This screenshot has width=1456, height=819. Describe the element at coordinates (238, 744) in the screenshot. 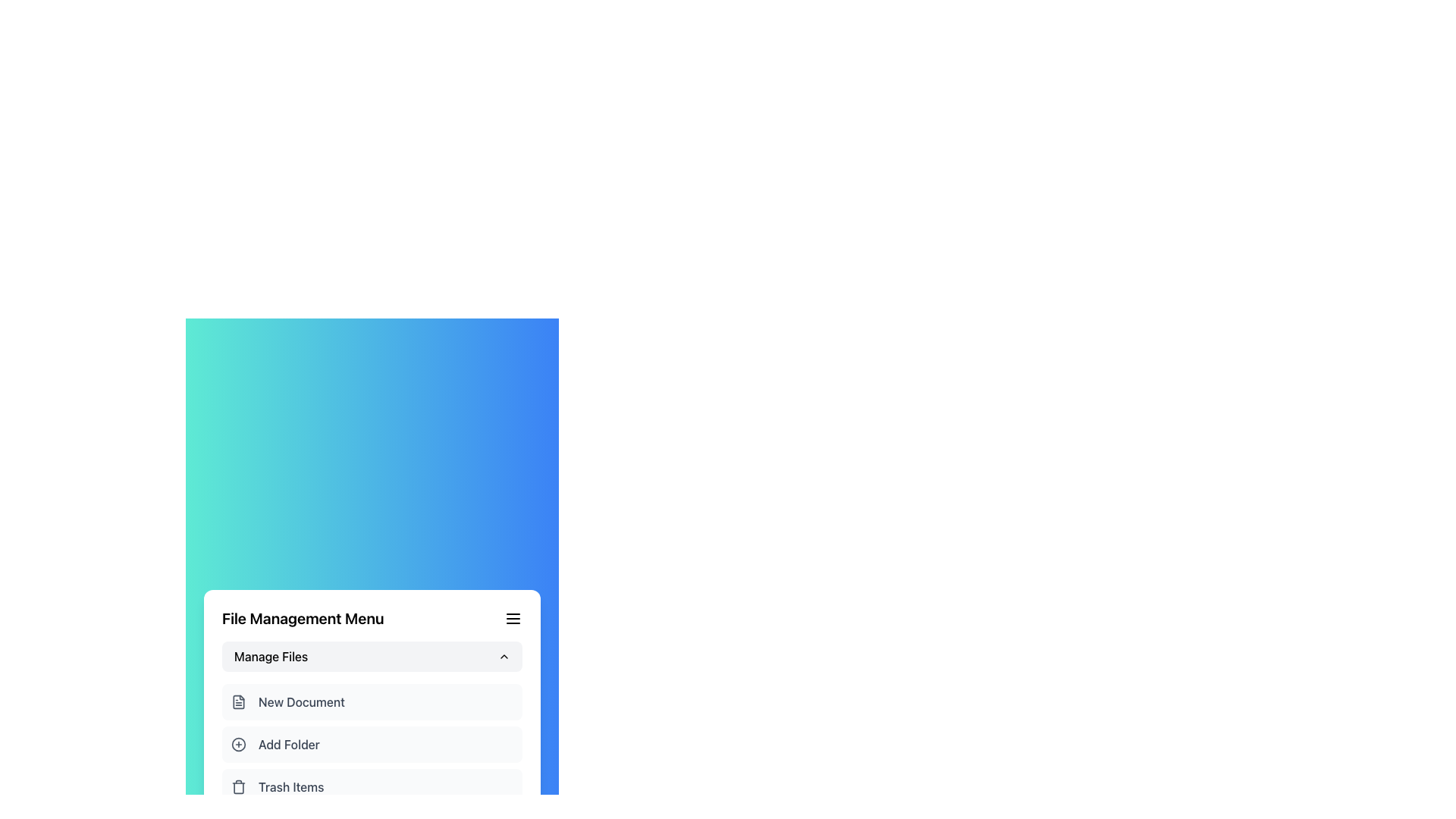

I see `the circular graphical component of the plus icon located adjacent to the 'Add Folder' label in the file management menu, which is the second option in the list of actions` at that location.